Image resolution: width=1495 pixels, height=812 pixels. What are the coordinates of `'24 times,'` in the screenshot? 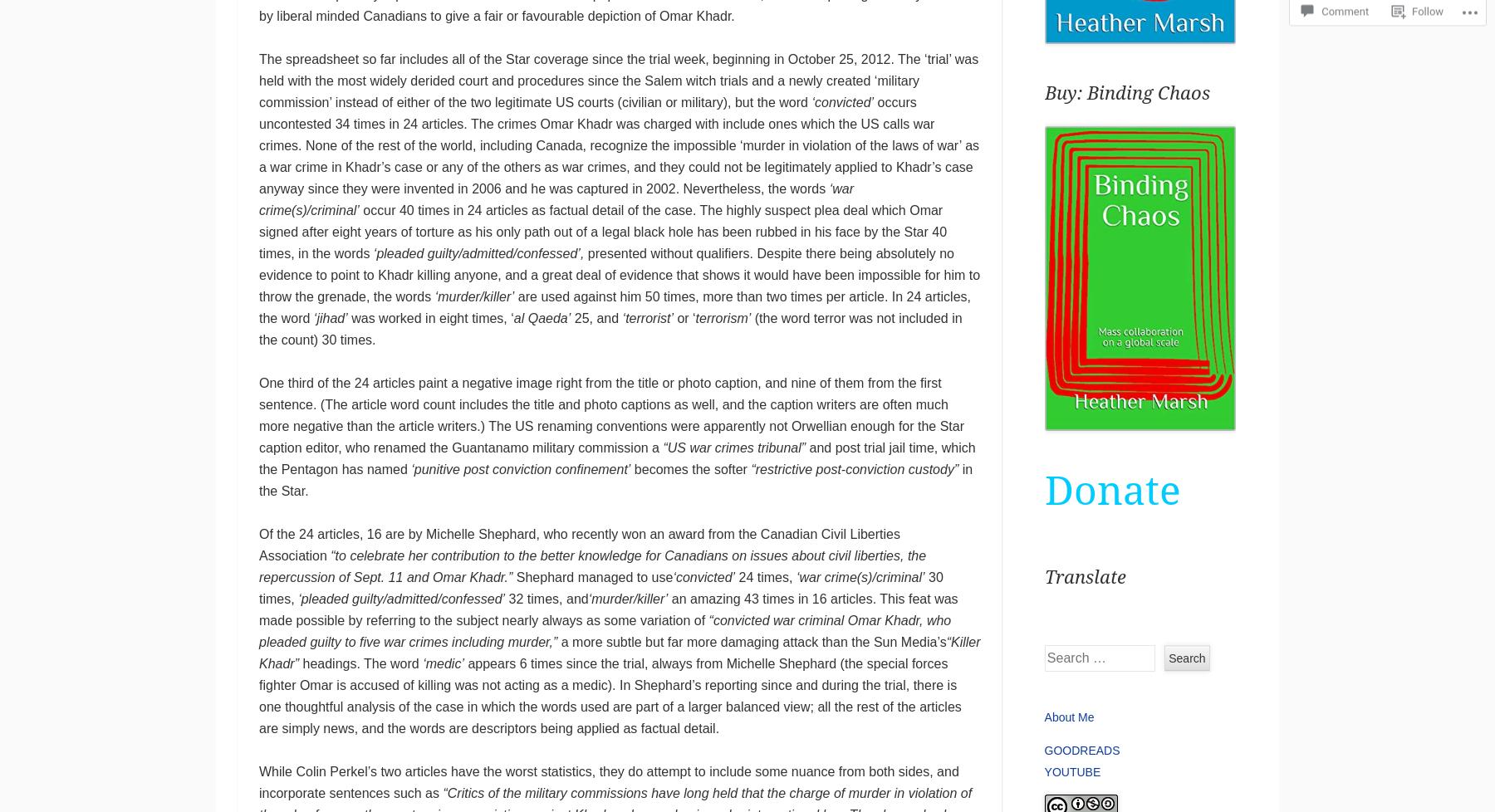 It's located at (735, 577).